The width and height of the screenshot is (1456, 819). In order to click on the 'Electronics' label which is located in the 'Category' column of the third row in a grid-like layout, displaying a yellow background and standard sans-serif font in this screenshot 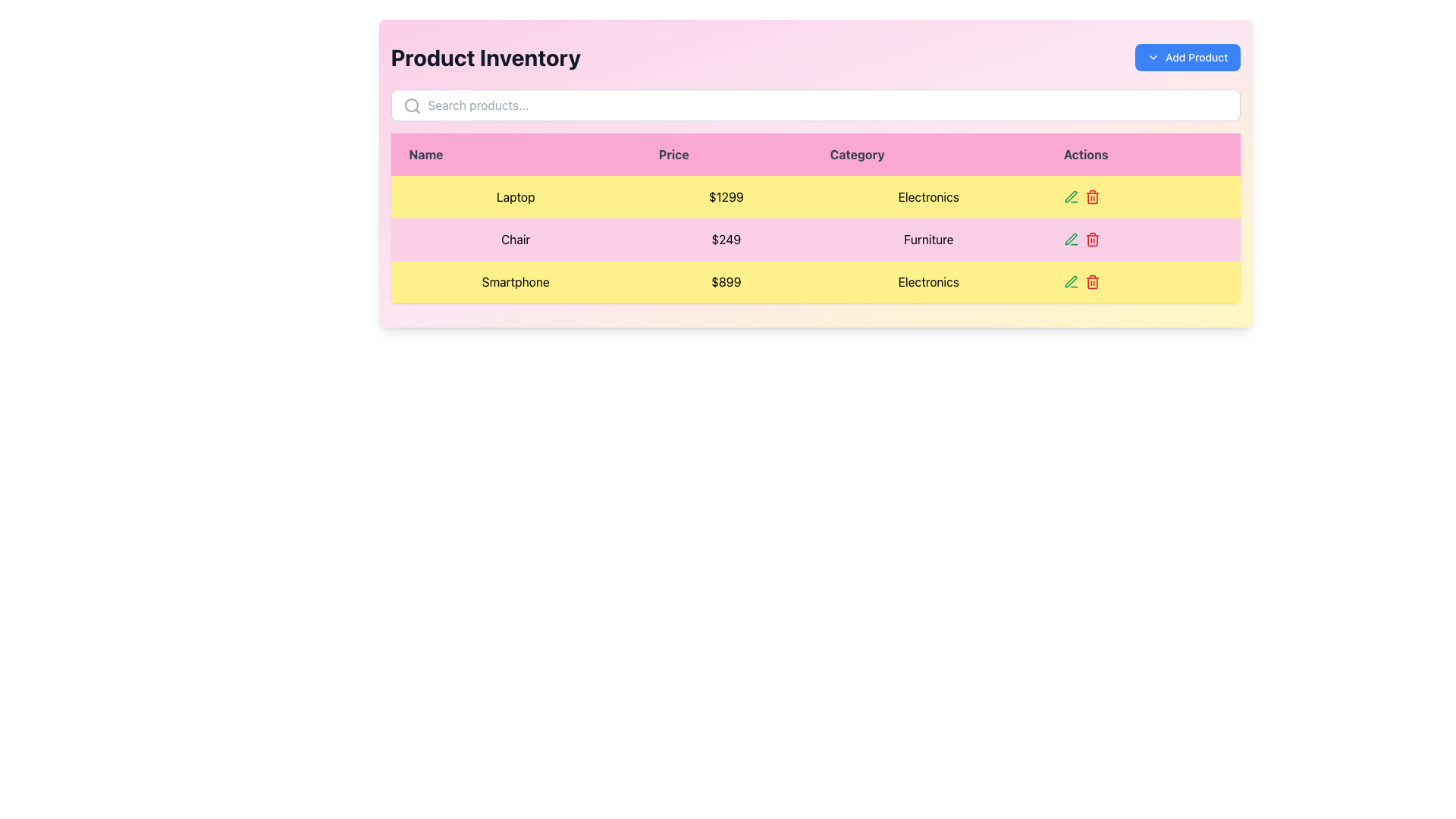, I will do `click(927, 281)`.